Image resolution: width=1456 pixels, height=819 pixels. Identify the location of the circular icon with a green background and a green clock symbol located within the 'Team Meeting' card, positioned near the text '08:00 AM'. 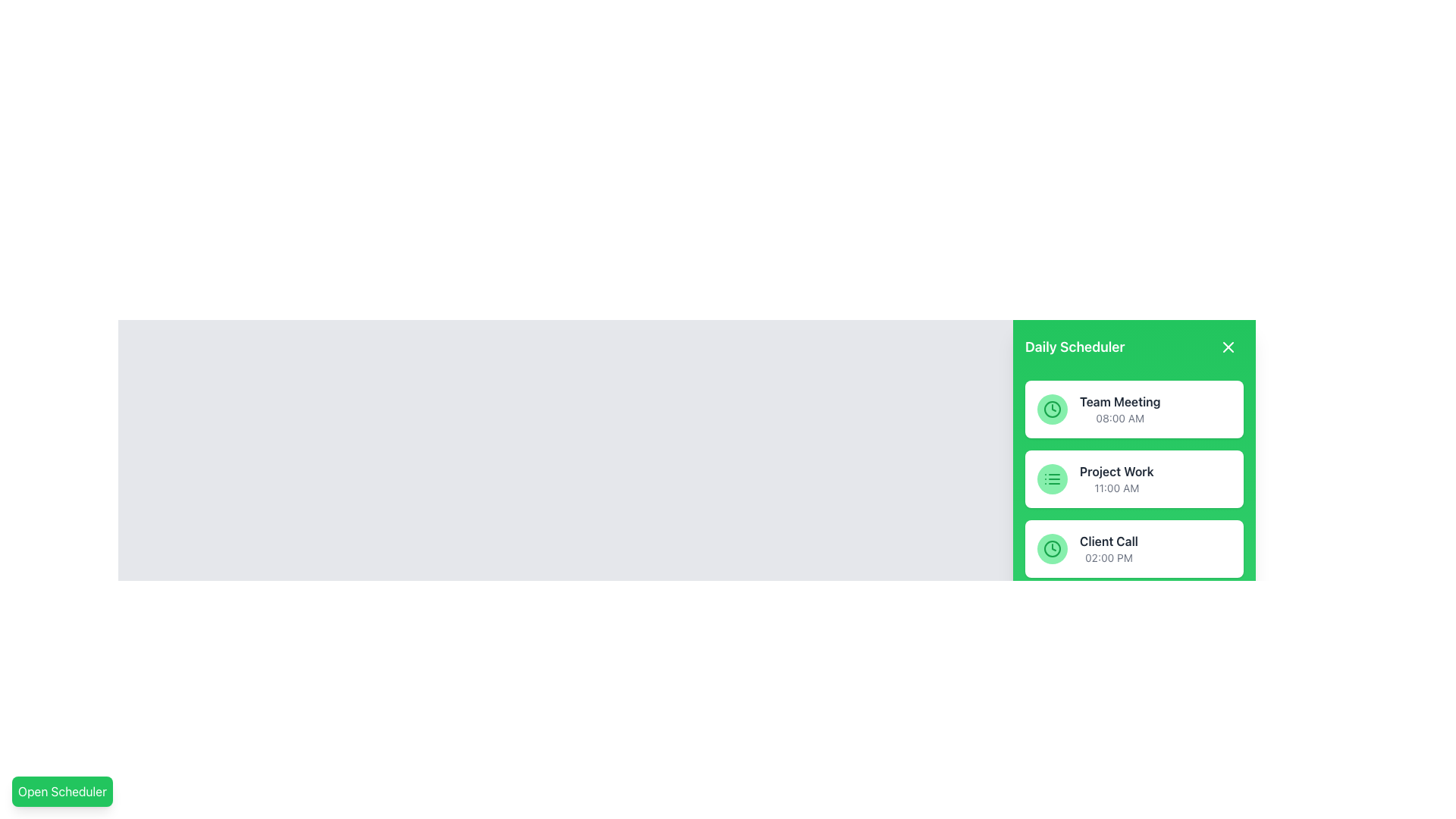
(1051, 409).